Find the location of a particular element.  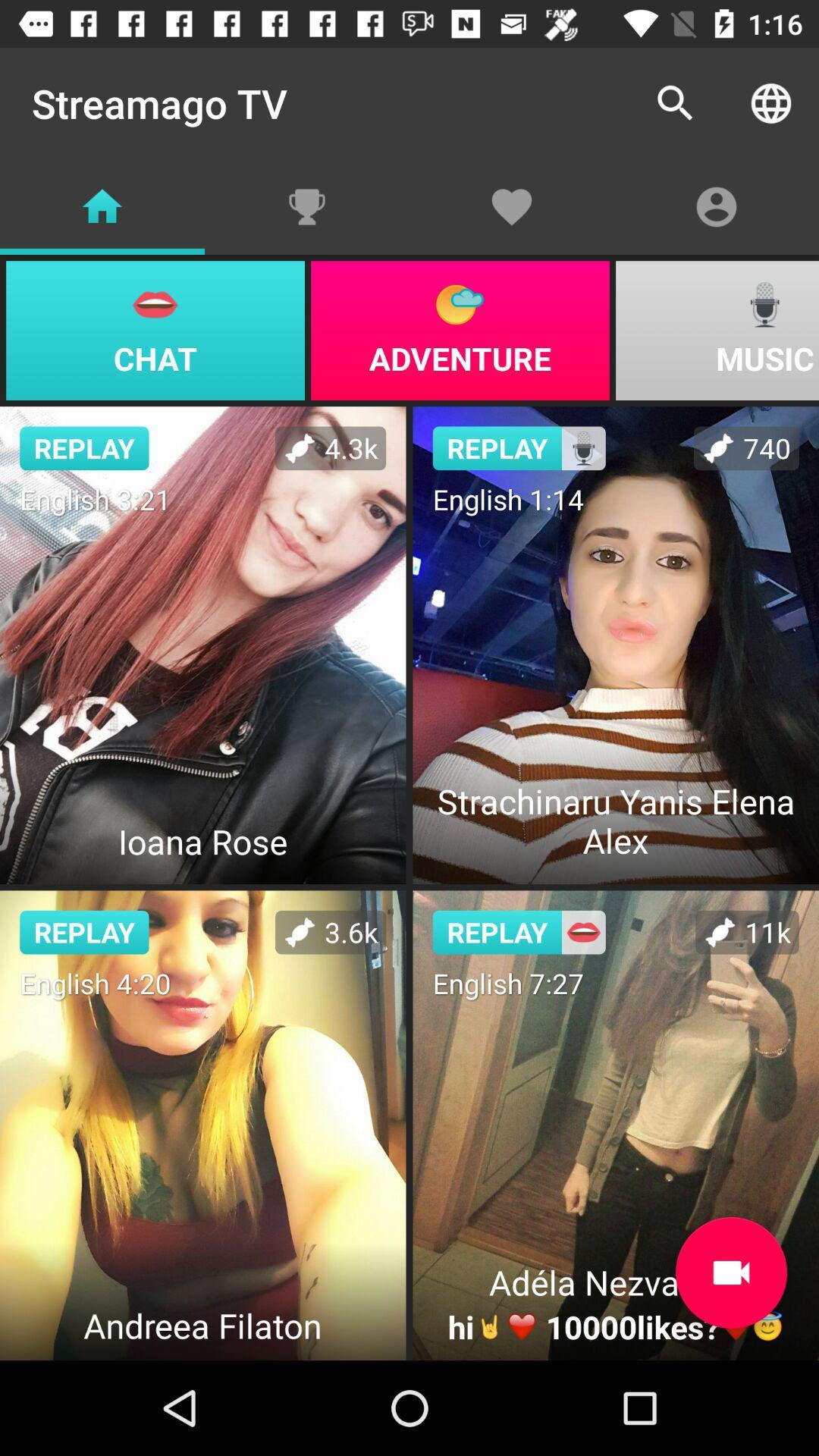

start video chat option is located at coordinates (730, 1272).